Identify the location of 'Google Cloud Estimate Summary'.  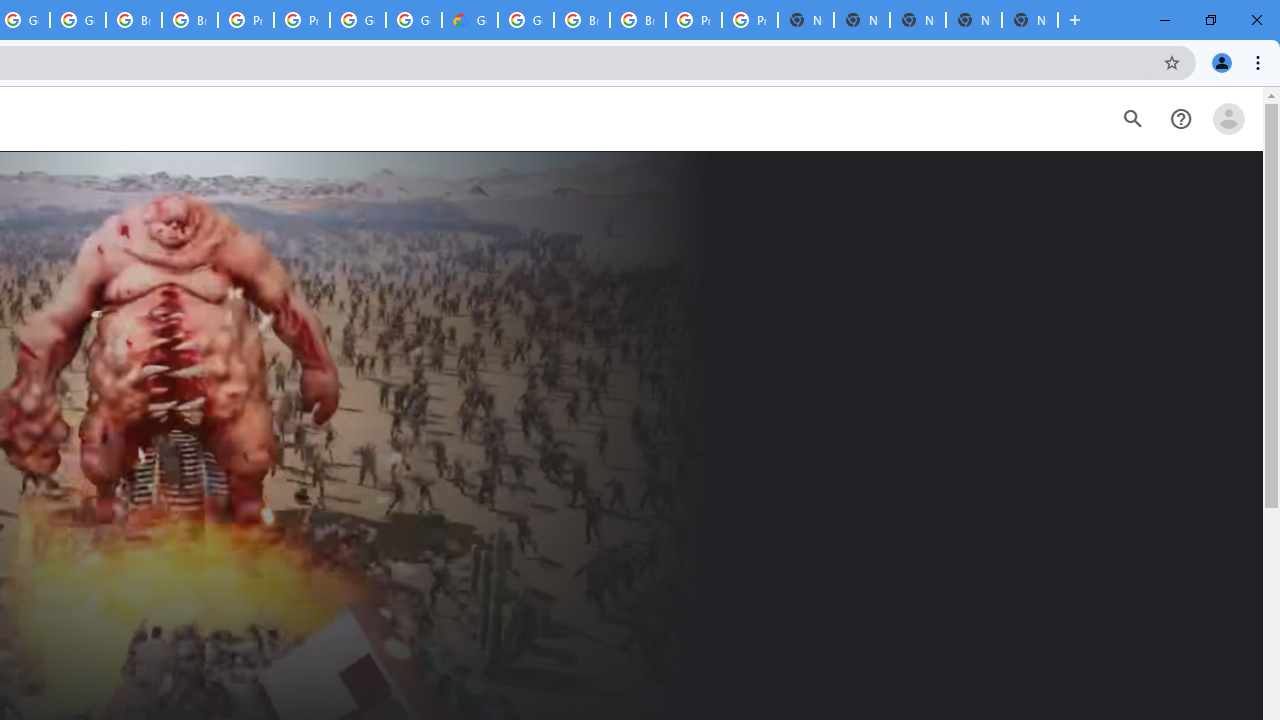
(468, 20).